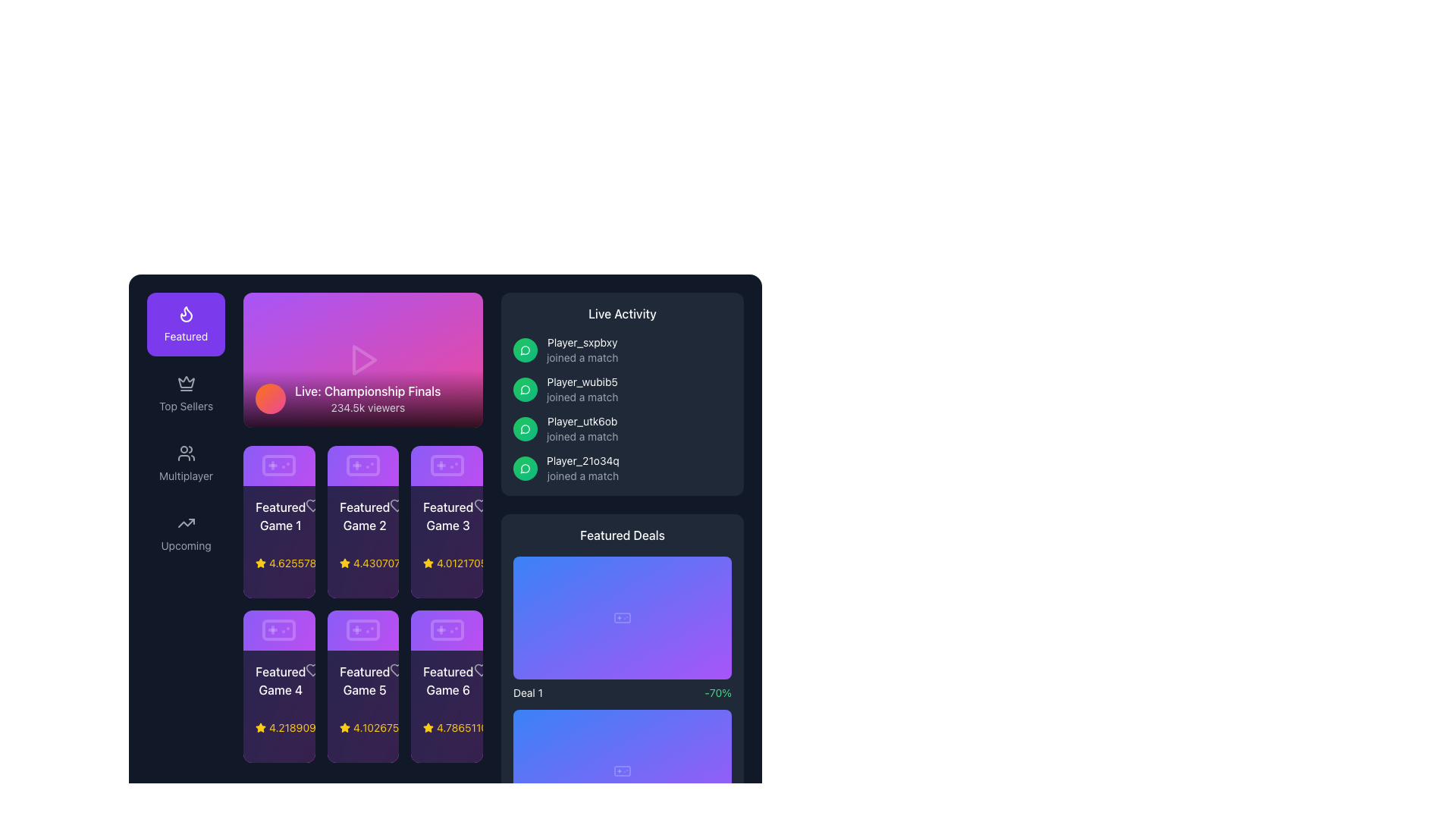 The width and height of the screenshot is (1456, 819). I want to click on the text label indicating the name or description of the fourth featured game in the list, located in the second row of the grid layout under the 'Featured Games' section, so click(281, 680).